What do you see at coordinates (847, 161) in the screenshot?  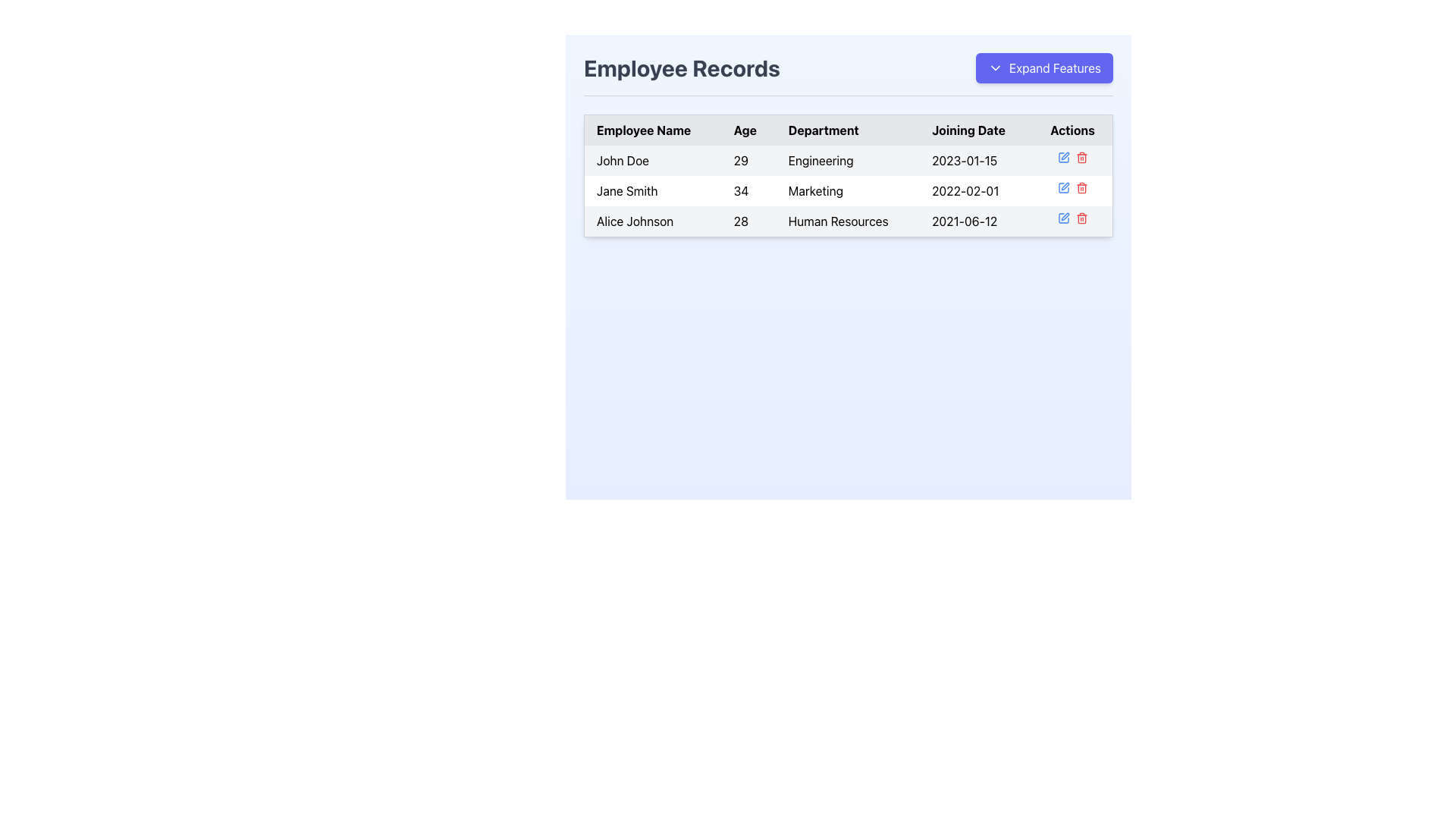 I see `the text element displaying 'Engineering' in the Department column of the employee records table for John Doe` at bounding box center [847, 161].